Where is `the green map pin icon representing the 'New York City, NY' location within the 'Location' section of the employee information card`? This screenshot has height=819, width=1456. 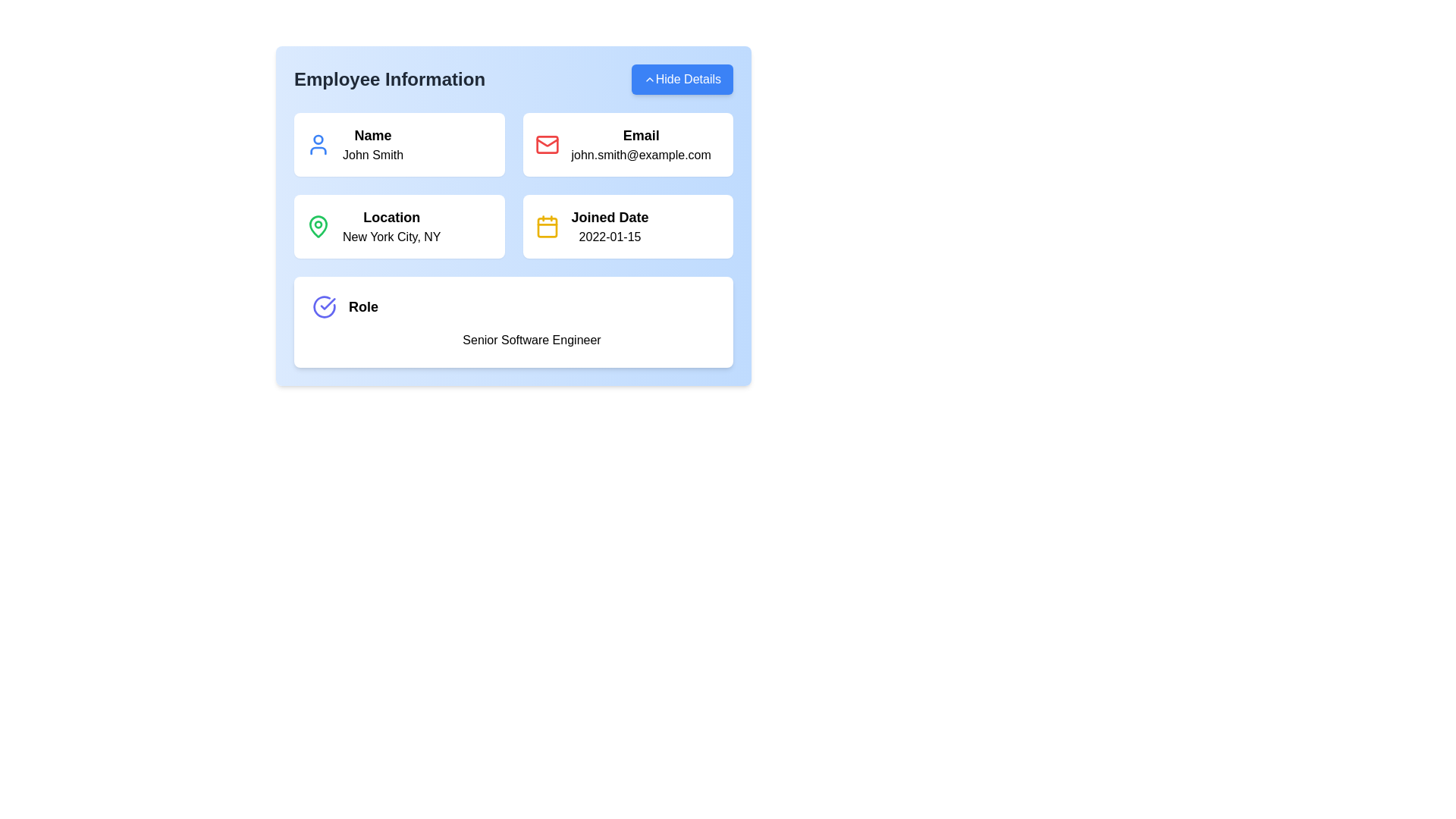 the green map pin icon representing the 'New York City, NY' location within the 'Location' section of the employee information card is located at coordinates (318, 227).